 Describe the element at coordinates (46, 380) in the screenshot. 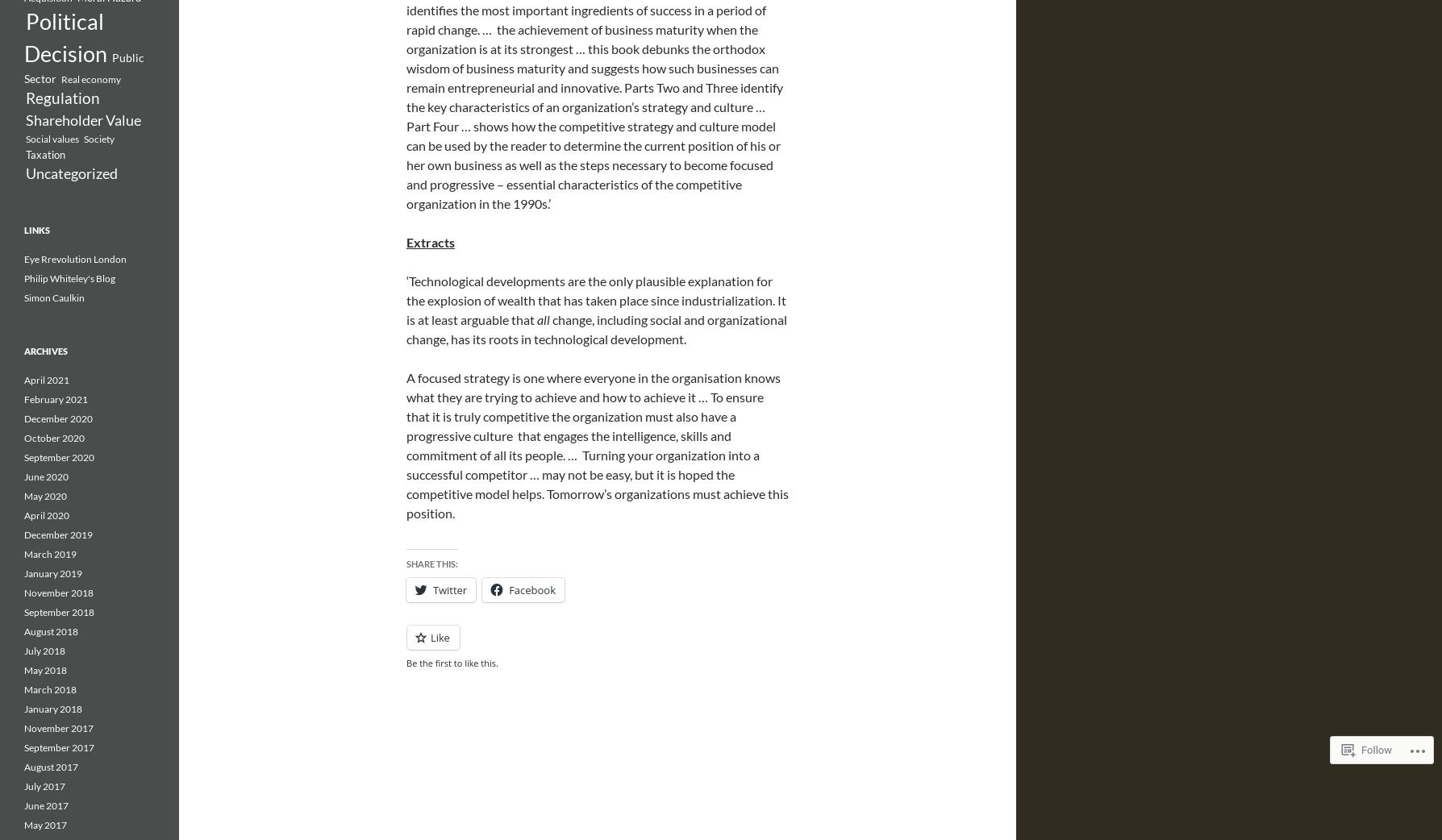

I see `'April 2021'` at that location.